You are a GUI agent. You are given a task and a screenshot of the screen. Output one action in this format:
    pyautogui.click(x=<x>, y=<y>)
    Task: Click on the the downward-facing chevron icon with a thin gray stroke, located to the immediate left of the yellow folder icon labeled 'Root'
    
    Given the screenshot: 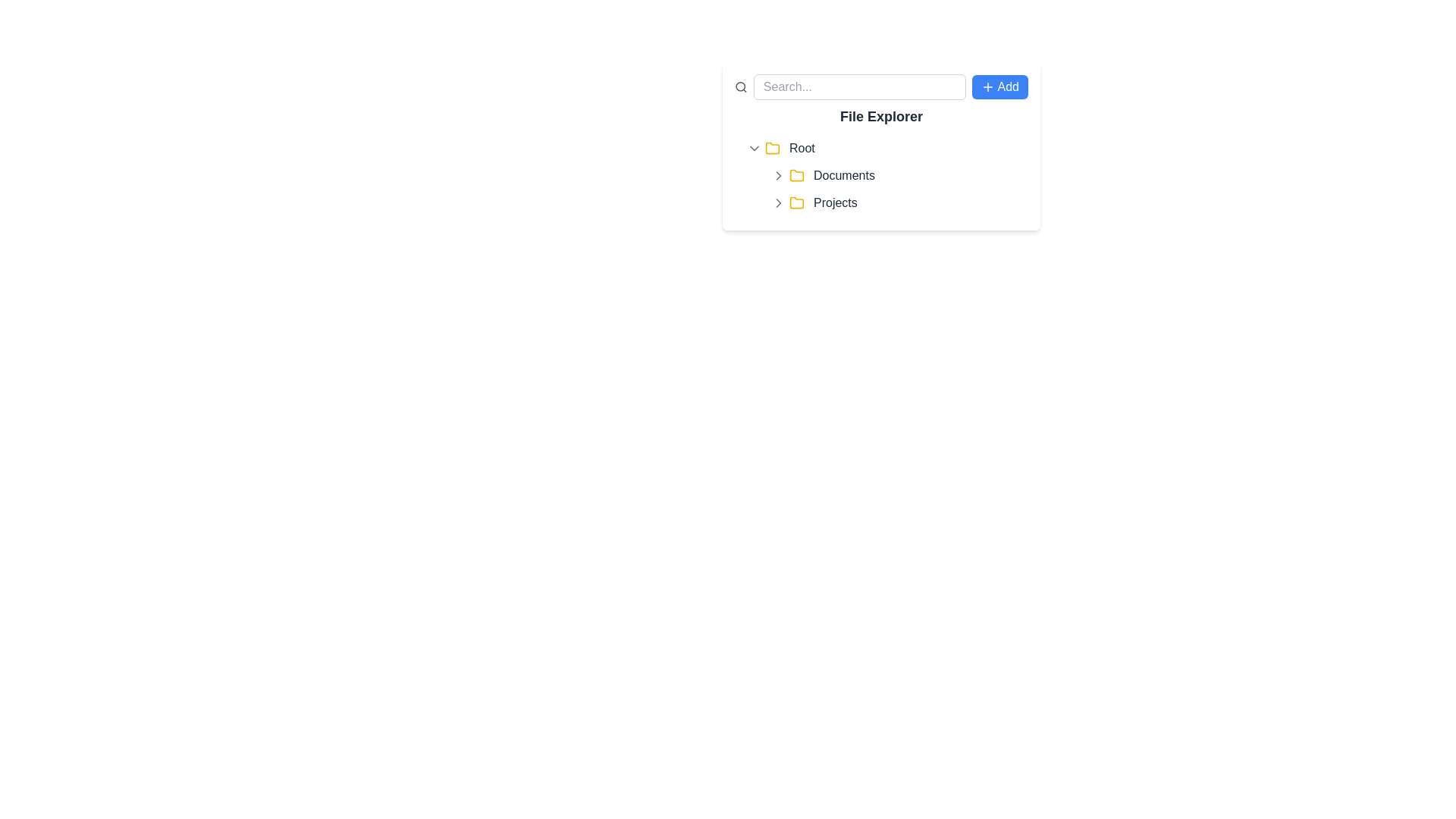 What is the action you would take?
    pyautogui.click(x=754, y=149)
    